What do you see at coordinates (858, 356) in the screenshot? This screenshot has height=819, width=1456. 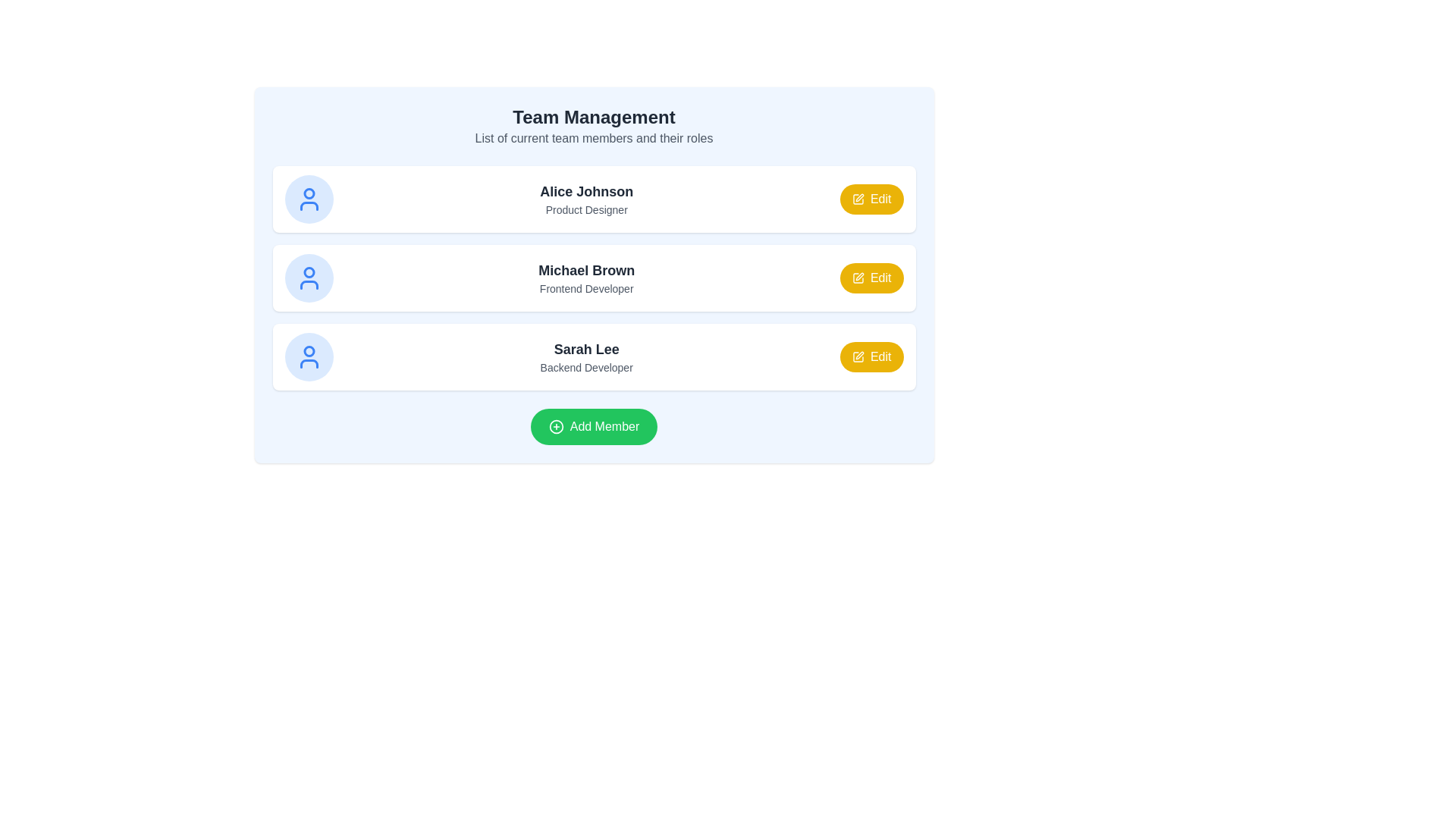 I see `the edit icon located to the left of the text 'Edit' for the user entry 'Sarah Lee'` at bounding box center [858, 356].